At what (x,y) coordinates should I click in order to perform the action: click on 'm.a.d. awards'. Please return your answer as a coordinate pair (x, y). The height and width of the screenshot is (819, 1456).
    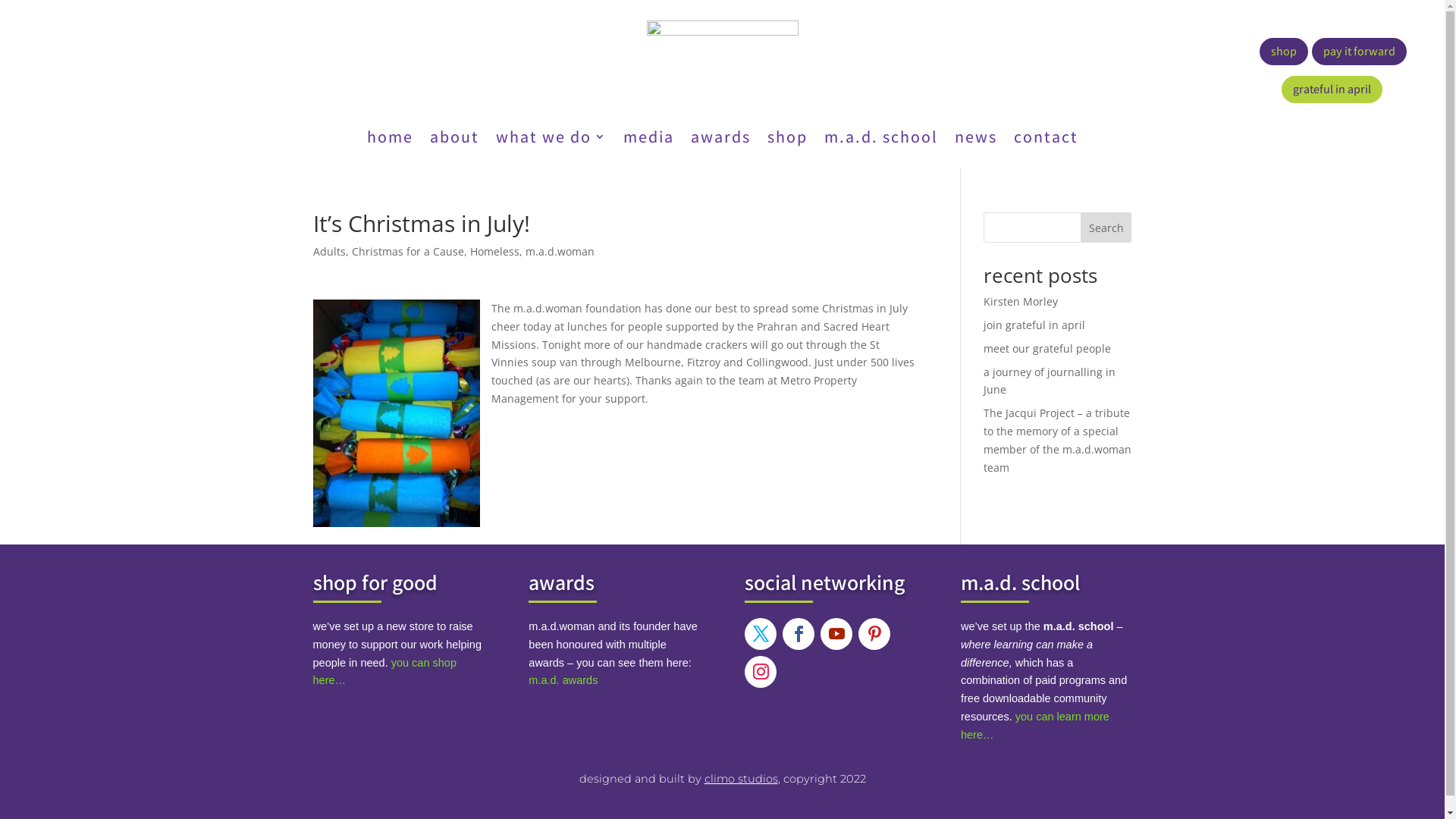
    Looking at the image, I should click on (562, 679).